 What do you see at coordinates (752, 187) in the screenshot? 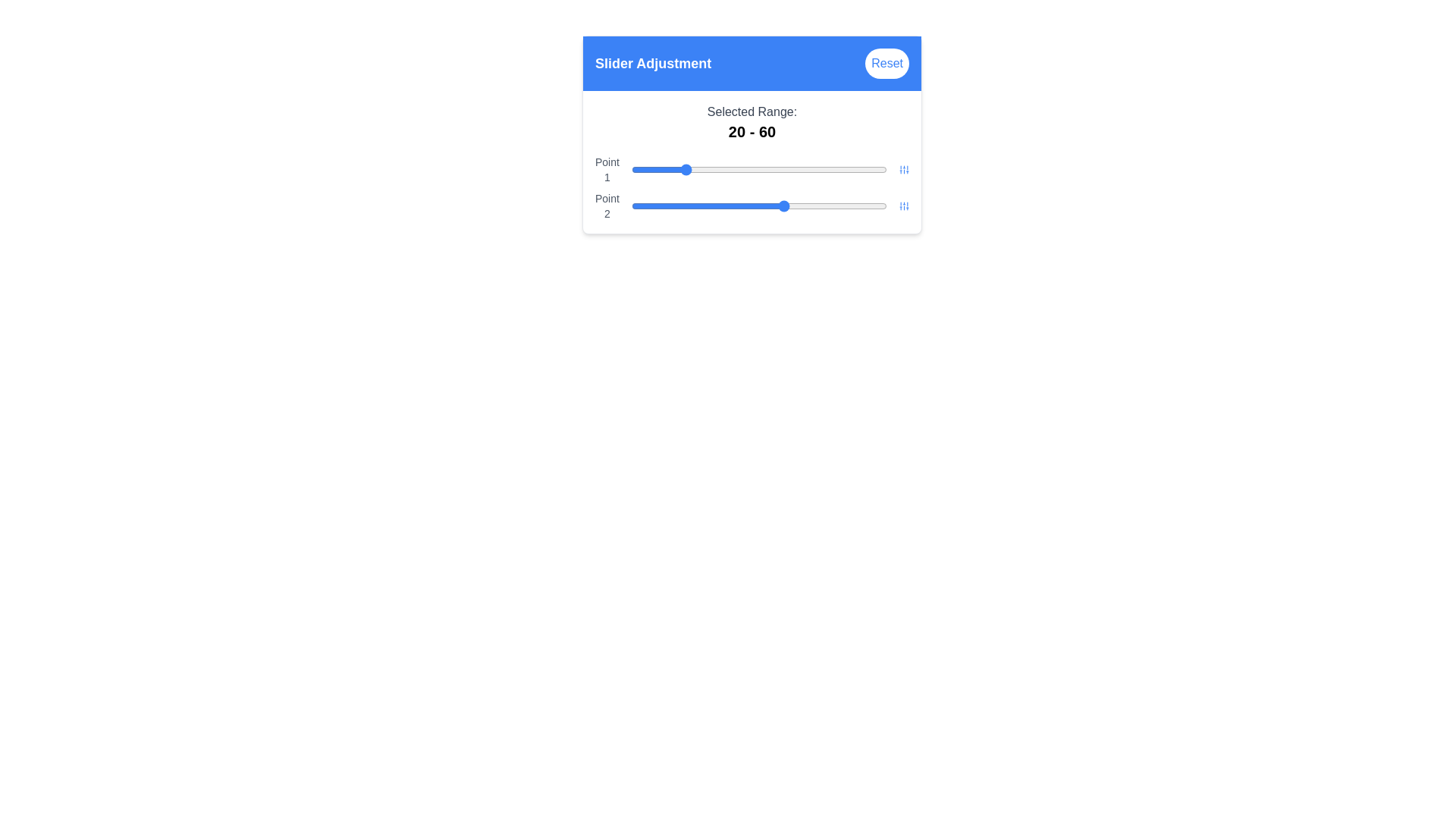
I see `the double slider component with labels` at bounding box center [752, 187].